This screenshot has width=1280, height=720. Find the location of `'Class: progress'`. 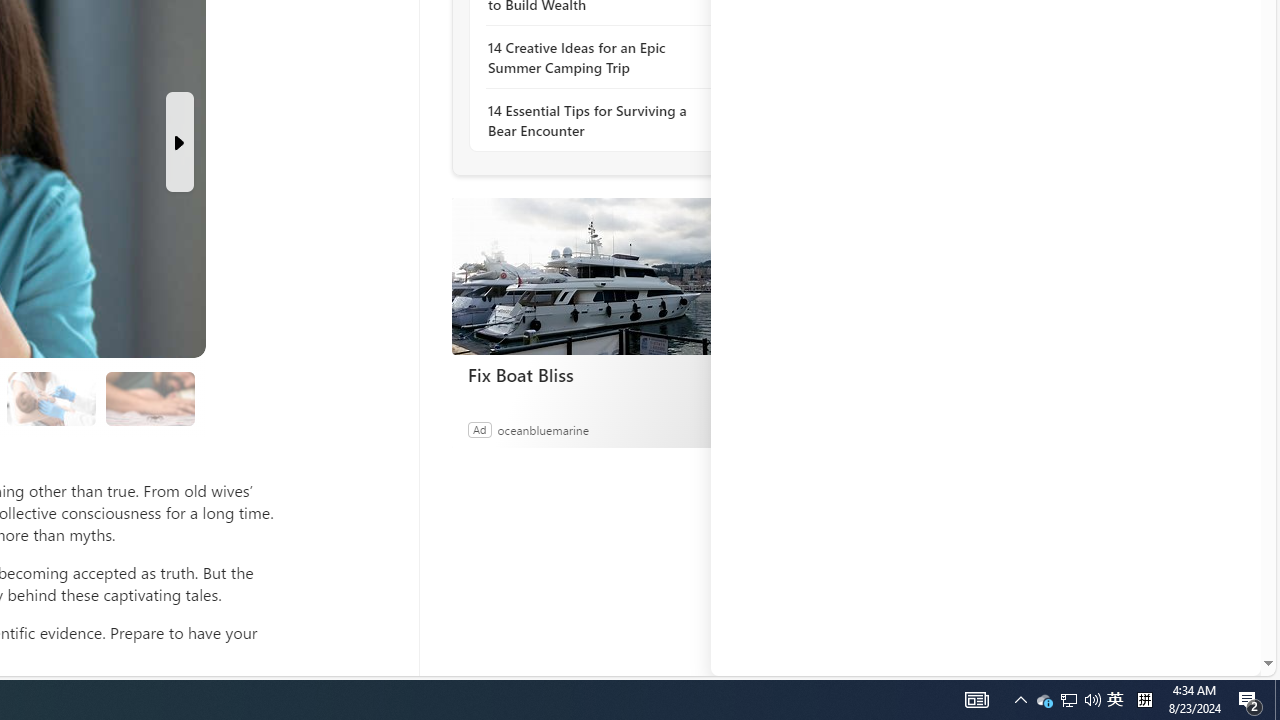

'Class: progress' is located at coordinates (149, 395).